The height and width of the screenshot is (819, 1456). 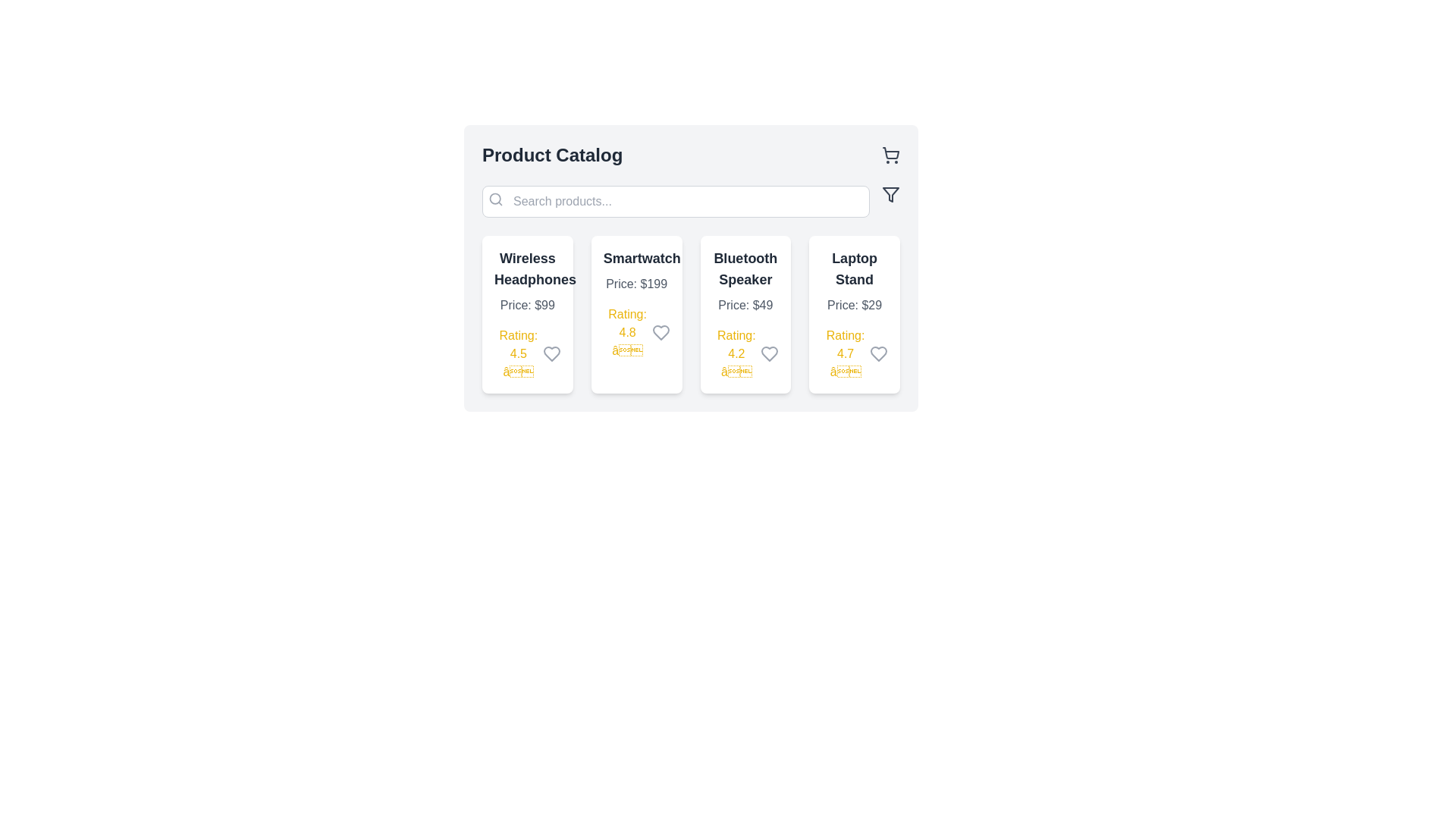 I want to click on the text label displaying the price of the 'Smartwatch' product, which shows 'Price: $199' in the product catalog interface, so click(x=636, y=284).